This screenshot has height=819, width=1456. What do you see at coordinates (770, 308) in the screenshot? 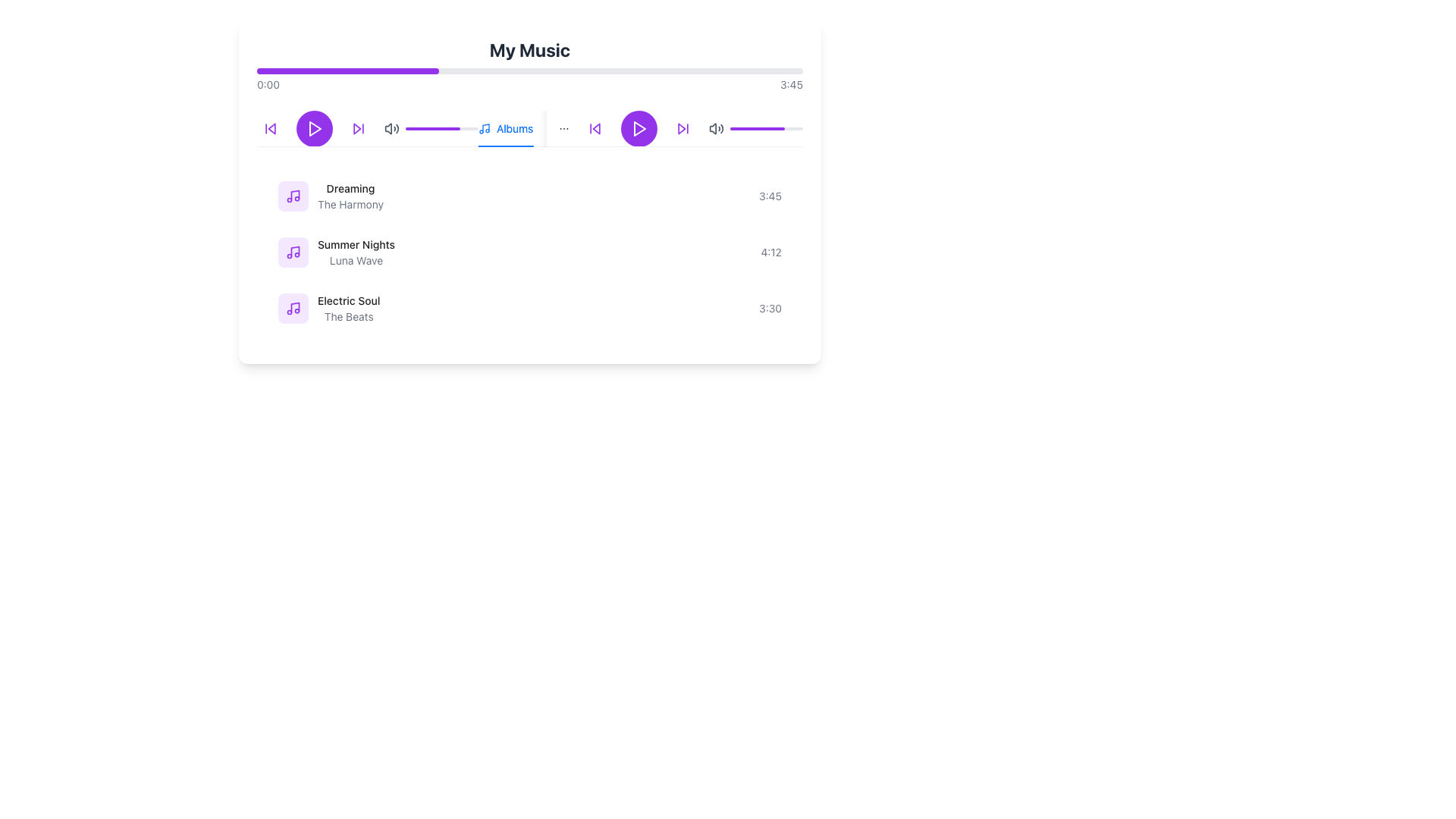
I see `the static text label displaying the time duration '3:30' for the song 'Electric Soul' by 'The Beats', located at the right end of the row` at bounding box center [770, 308].